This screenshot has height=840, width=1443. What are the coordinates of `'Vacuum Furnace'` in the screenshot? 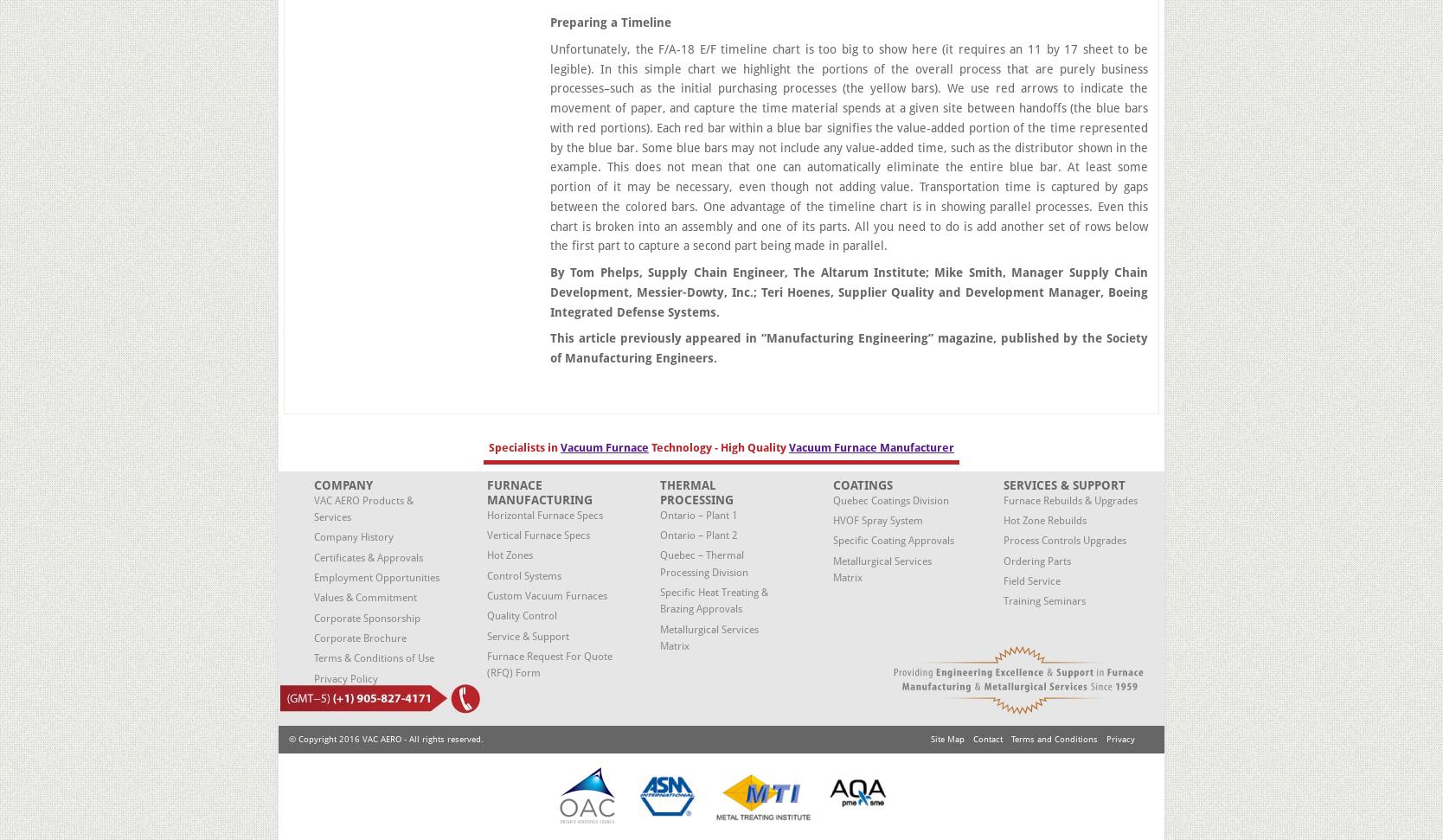 It's located at (605, 446).